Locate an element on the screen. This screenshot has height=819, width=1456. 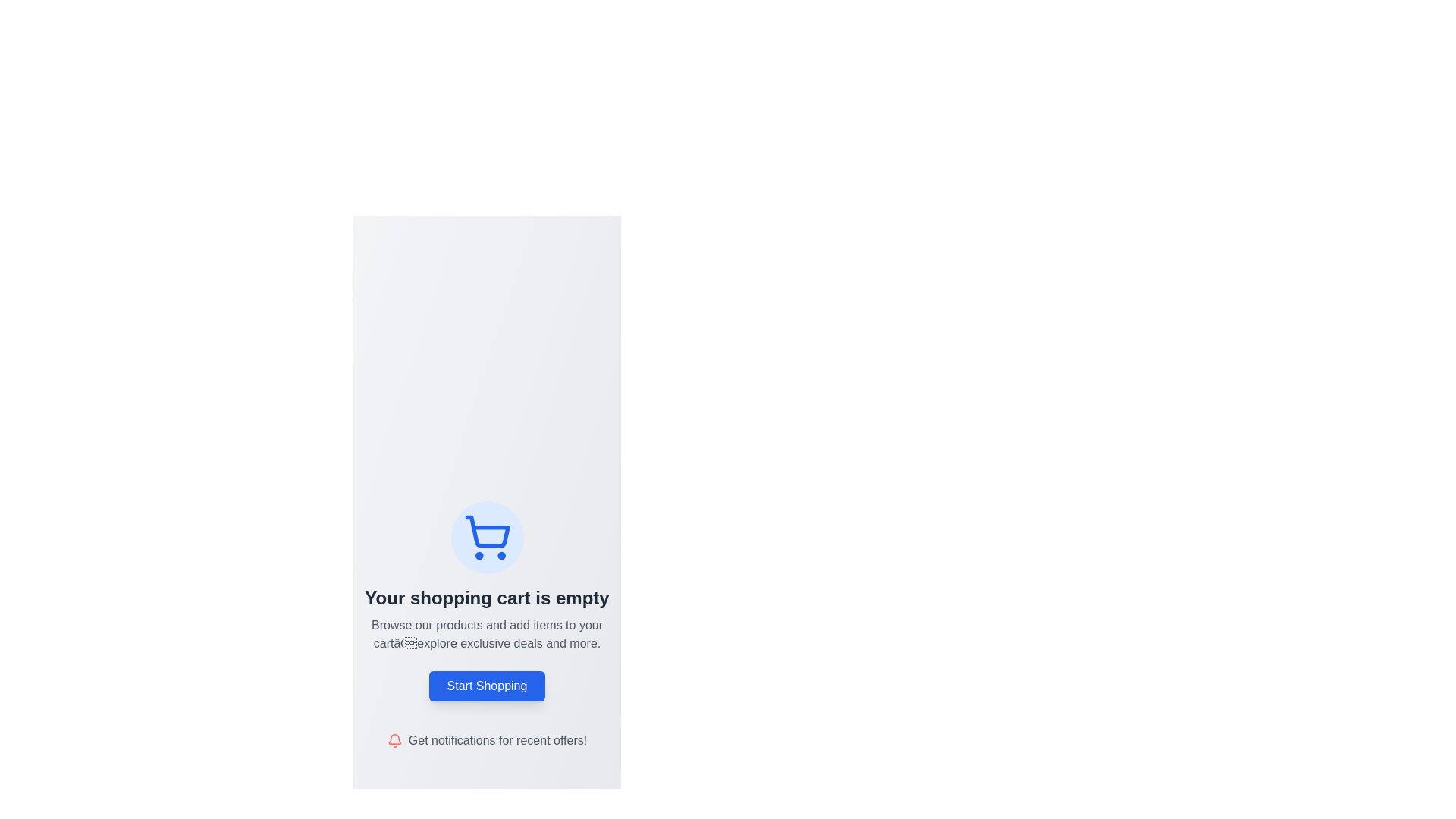
the instructional text located below 'Your shopping cart is empty' and above the 'Start Shopping' button on the shopping cart page is located at coordinates (487, 635).